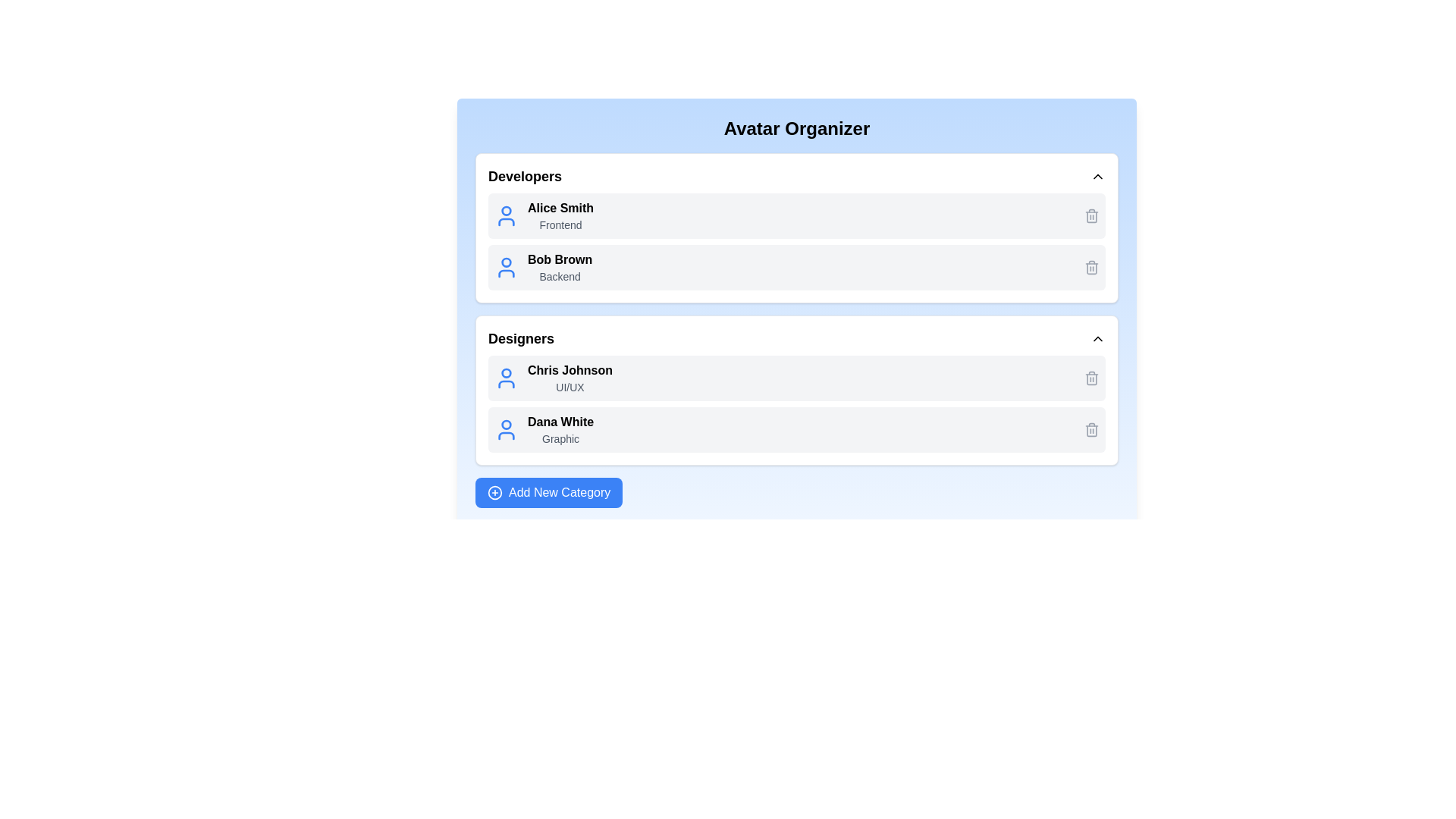 This screenshot has width=1456, height=819. Describe the element at coordinates (570, 386) in the screenshot. I see `the text label 'UI/UX' which is in a smaller gray font located just below 'Chris Johnson' in the 'Designers' category section` at that location.